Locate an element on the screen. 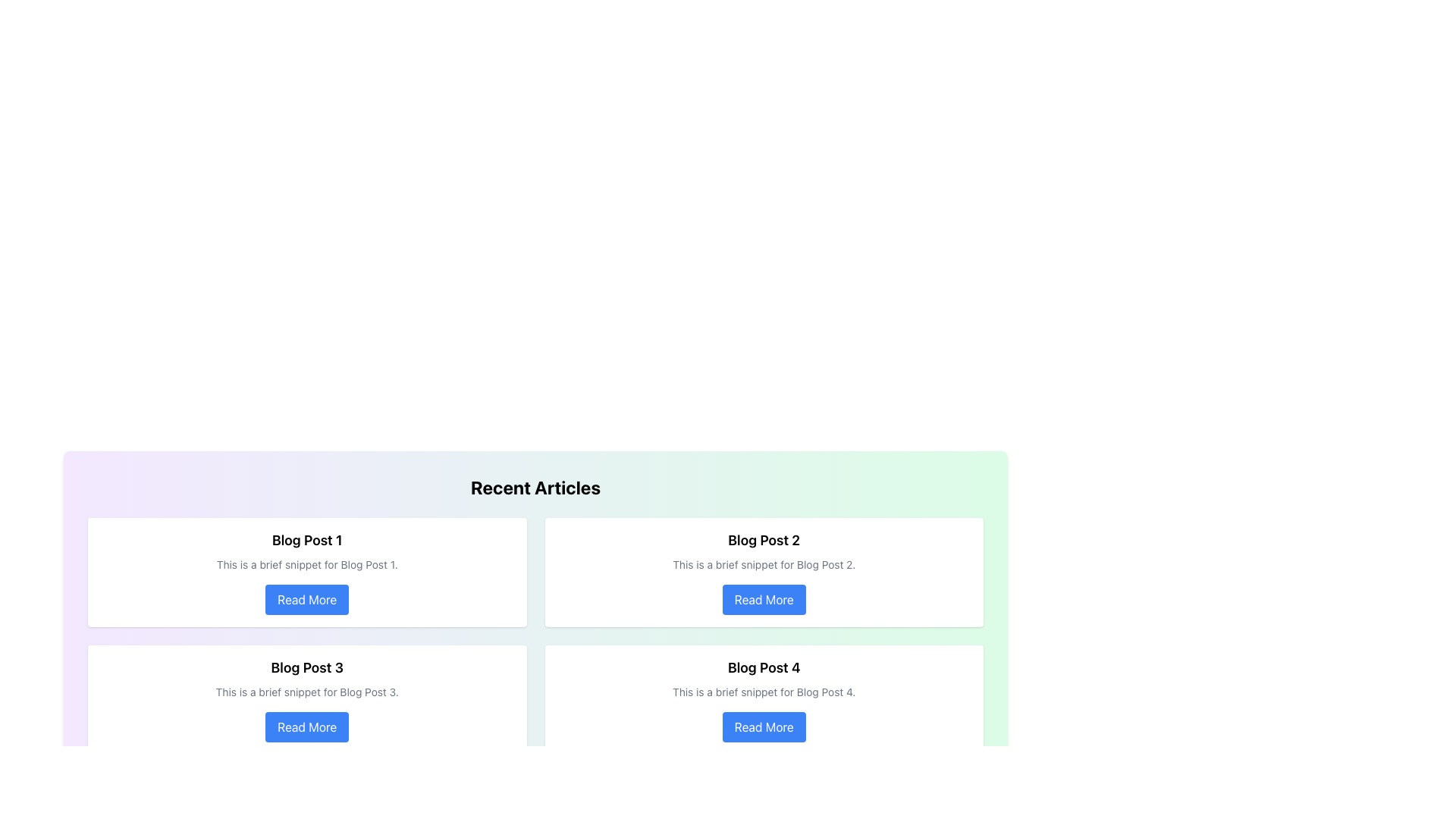  the navigation button located at the bottom-right corner of the page is located at coordinates (964, 795).